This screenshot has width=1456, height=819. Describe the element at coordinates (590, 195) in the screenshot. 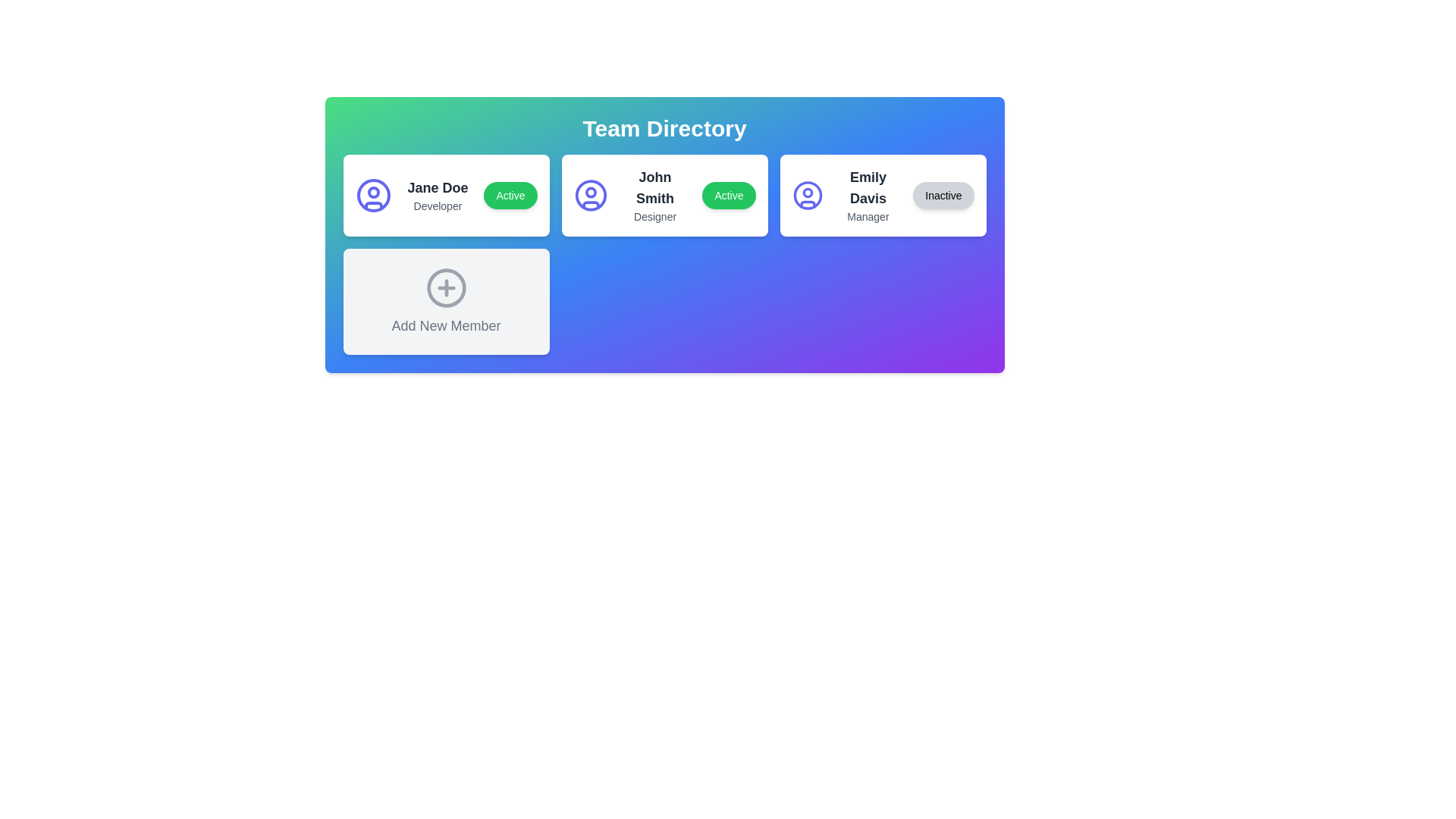

I see `the SVG circle element representing the profile picture of team member 'John Smith', located in the second column of the Team Directory interface` at that location.